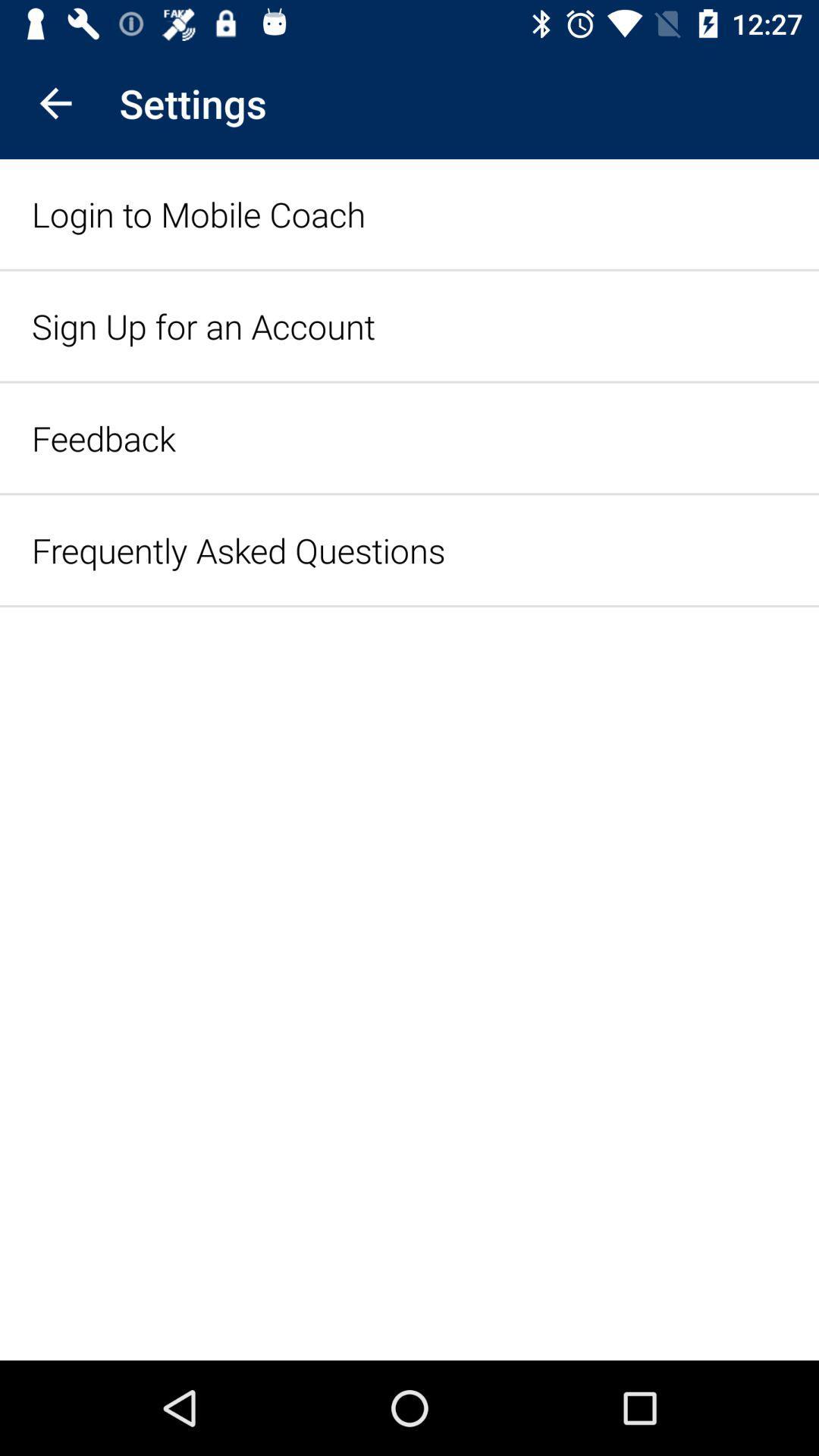  Describe the element at coordinates (55, 102) in the screenshot. I see `item to the left of settings icon` at that location.